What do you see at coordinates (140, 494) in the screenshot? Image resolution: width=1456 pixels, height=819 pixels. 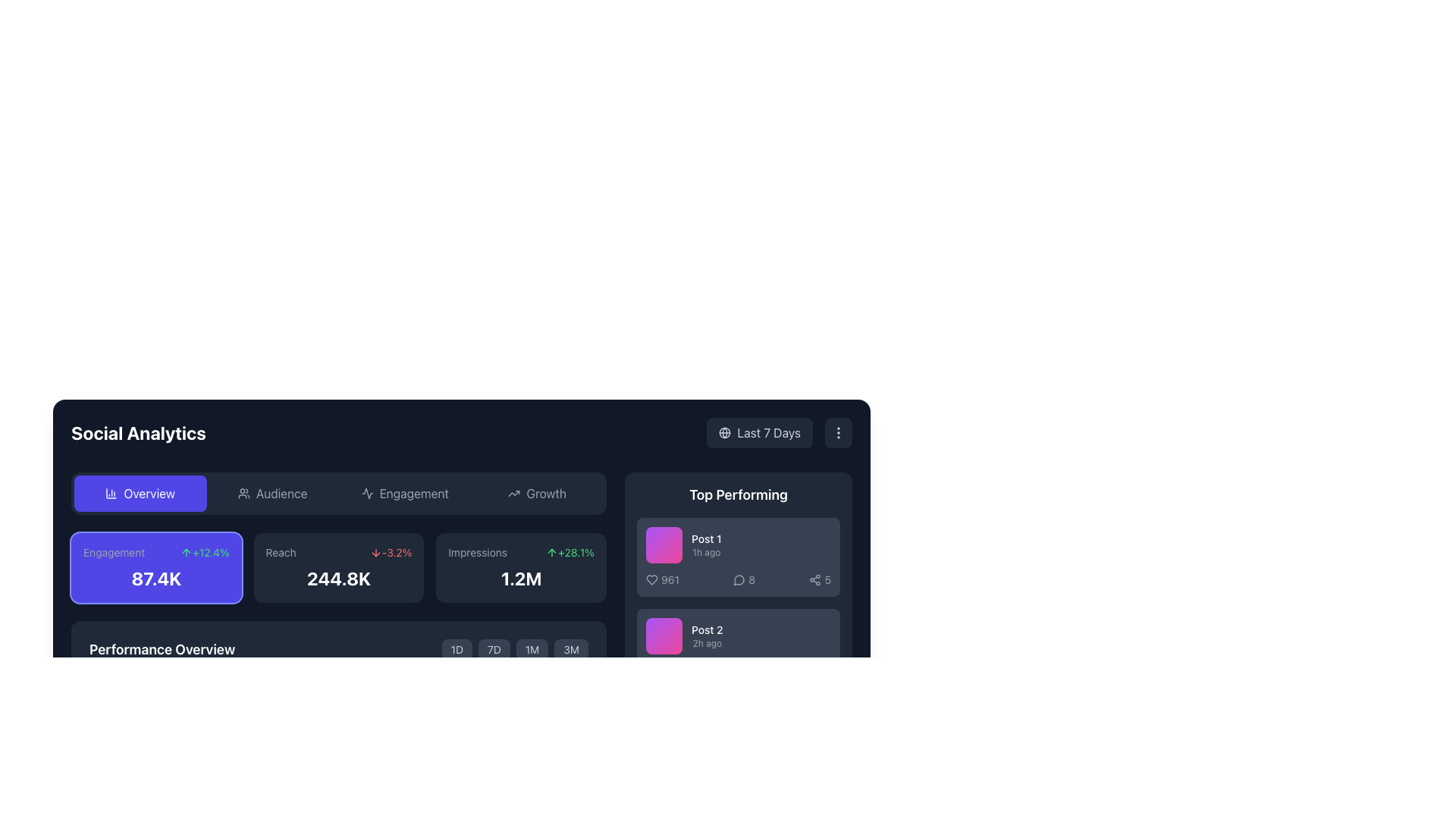 I see `the 'Overview' button with a vibrant purple background and a bar chart icon` at bounding box center [140, 494].